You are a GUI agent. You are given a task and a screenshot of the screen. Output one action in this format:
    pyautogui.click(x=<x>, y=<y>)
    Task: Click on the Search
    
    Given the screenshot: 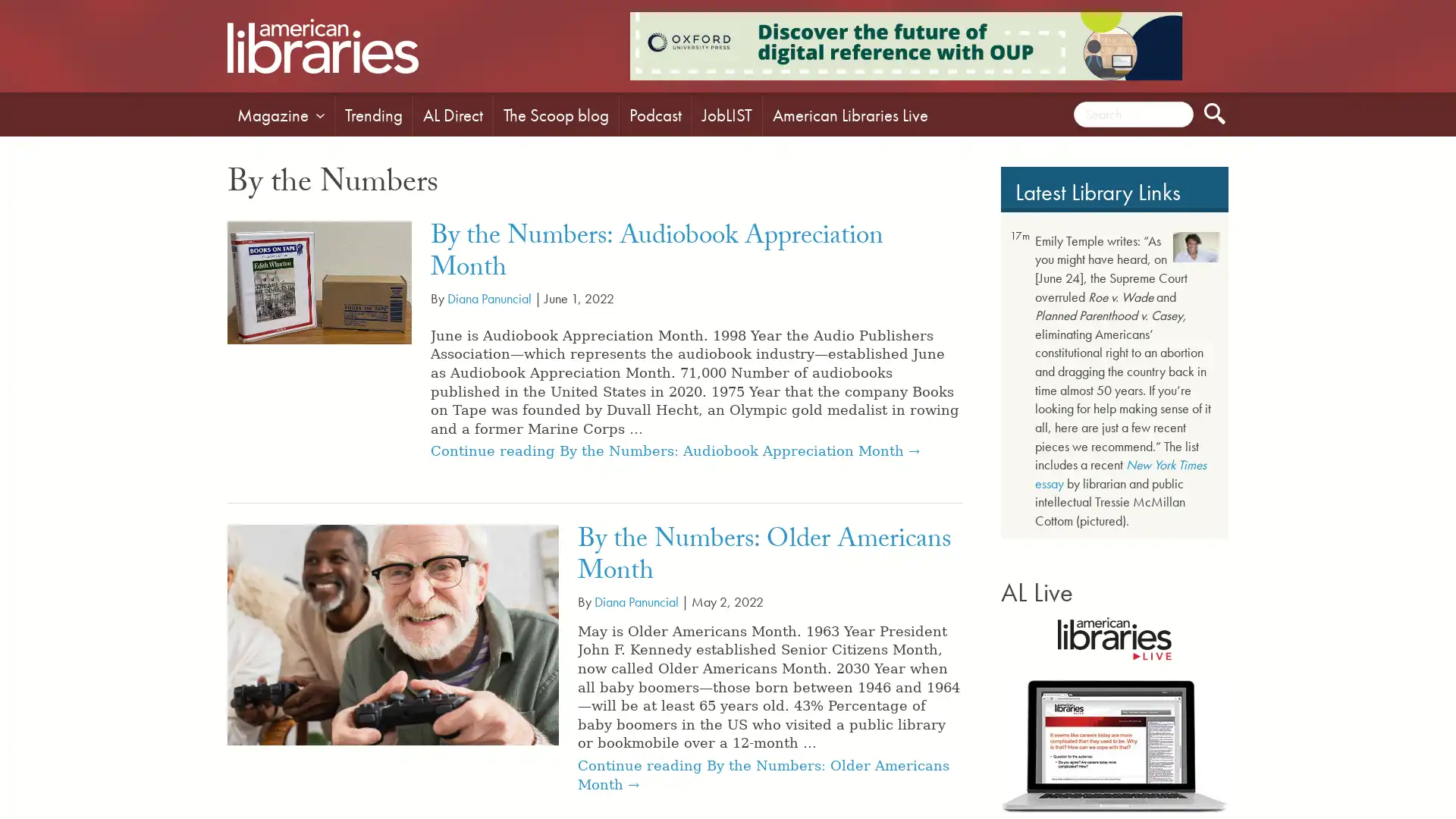 What is the action you would take?
    pyautogui.click(x=1215, y=113)
    